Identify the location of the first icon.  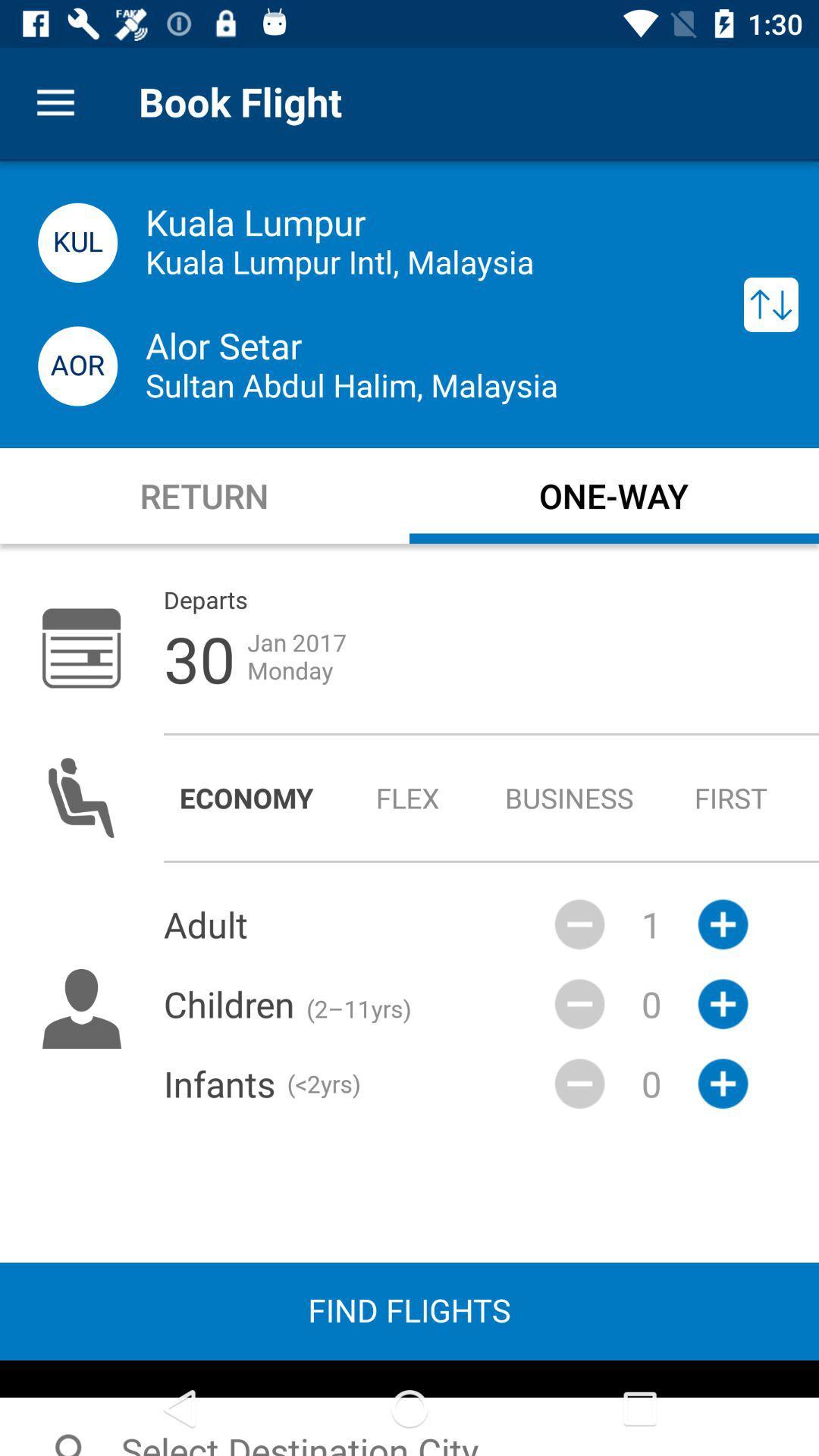
(730, 797).